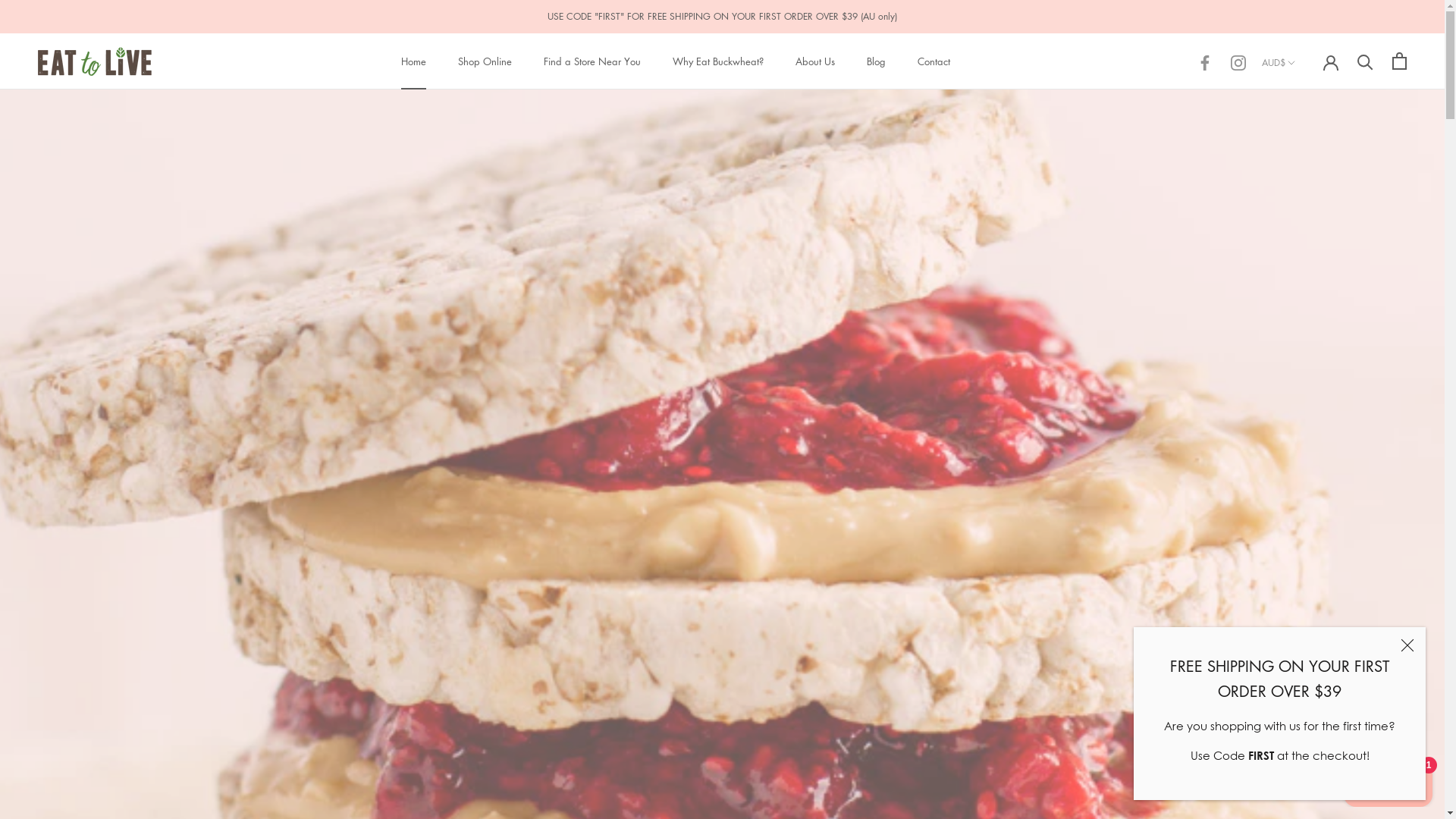 The height and width of the screenshot is (819, 1456). I want to click on 'About Us, so click(793, 60).